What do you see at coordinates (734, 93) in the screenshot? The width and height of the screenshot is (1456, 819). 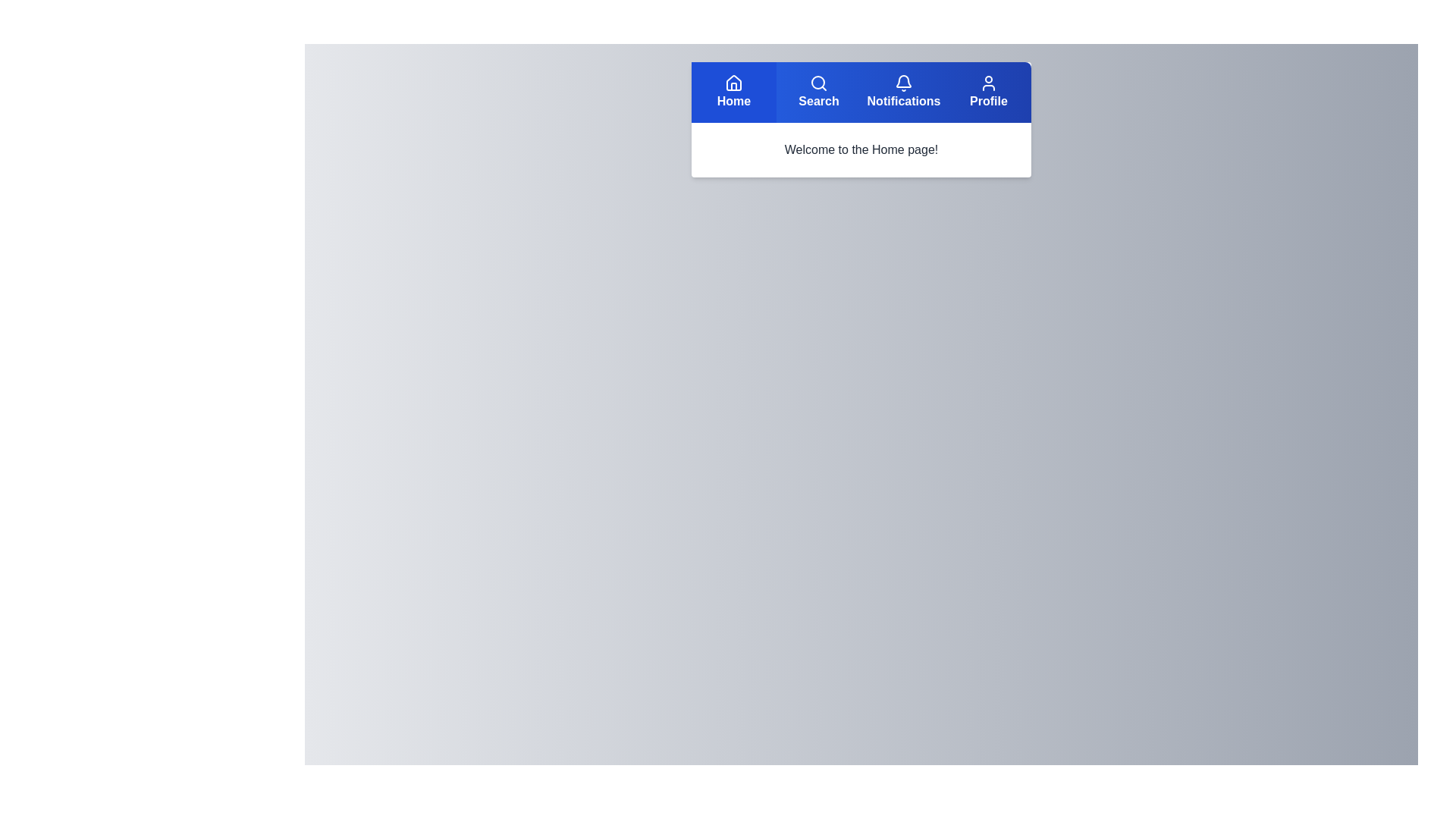 I see `the Home button in the navigation bar` at bounding box center [734, 93].